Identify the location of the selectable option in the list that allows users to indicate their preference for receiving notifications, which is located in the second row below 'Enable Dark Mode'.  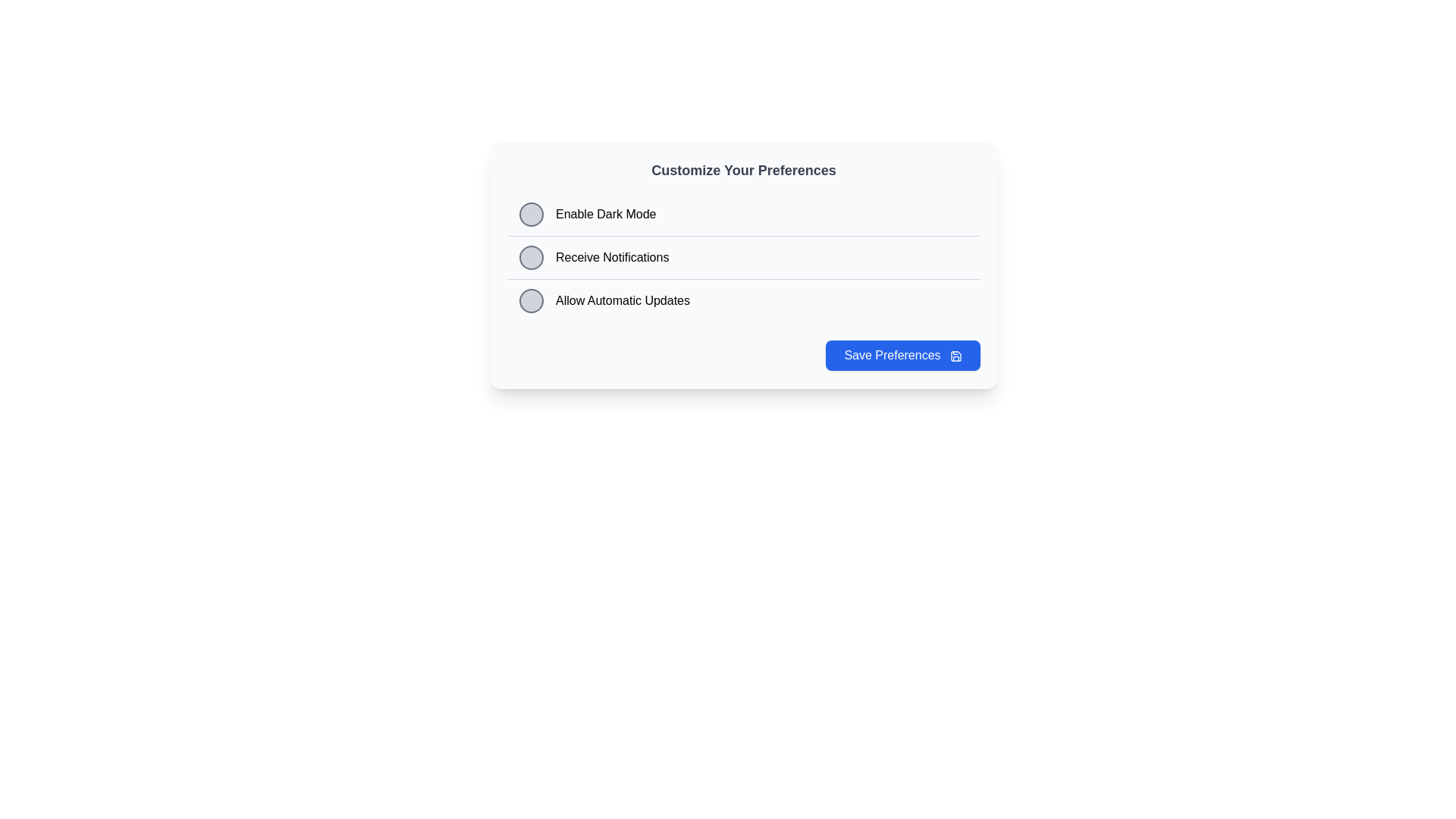
(743, 256).